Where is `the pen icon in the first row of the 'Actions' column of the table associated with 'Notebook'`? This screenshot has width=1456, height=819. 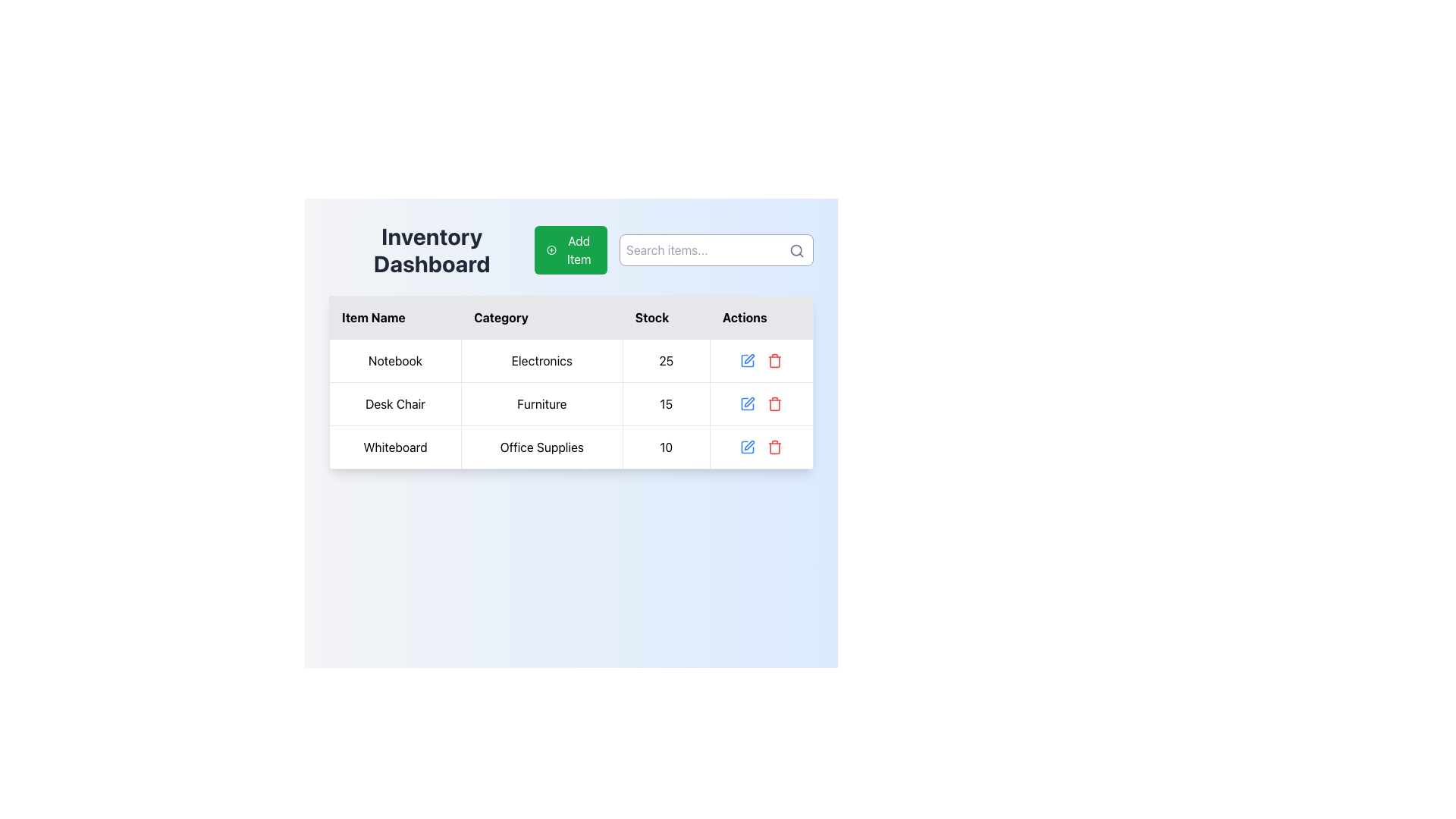 the pen icon in the first row of the 'Actions' column of the table associated with 'Notebook' is located at coordinates (749, 359).